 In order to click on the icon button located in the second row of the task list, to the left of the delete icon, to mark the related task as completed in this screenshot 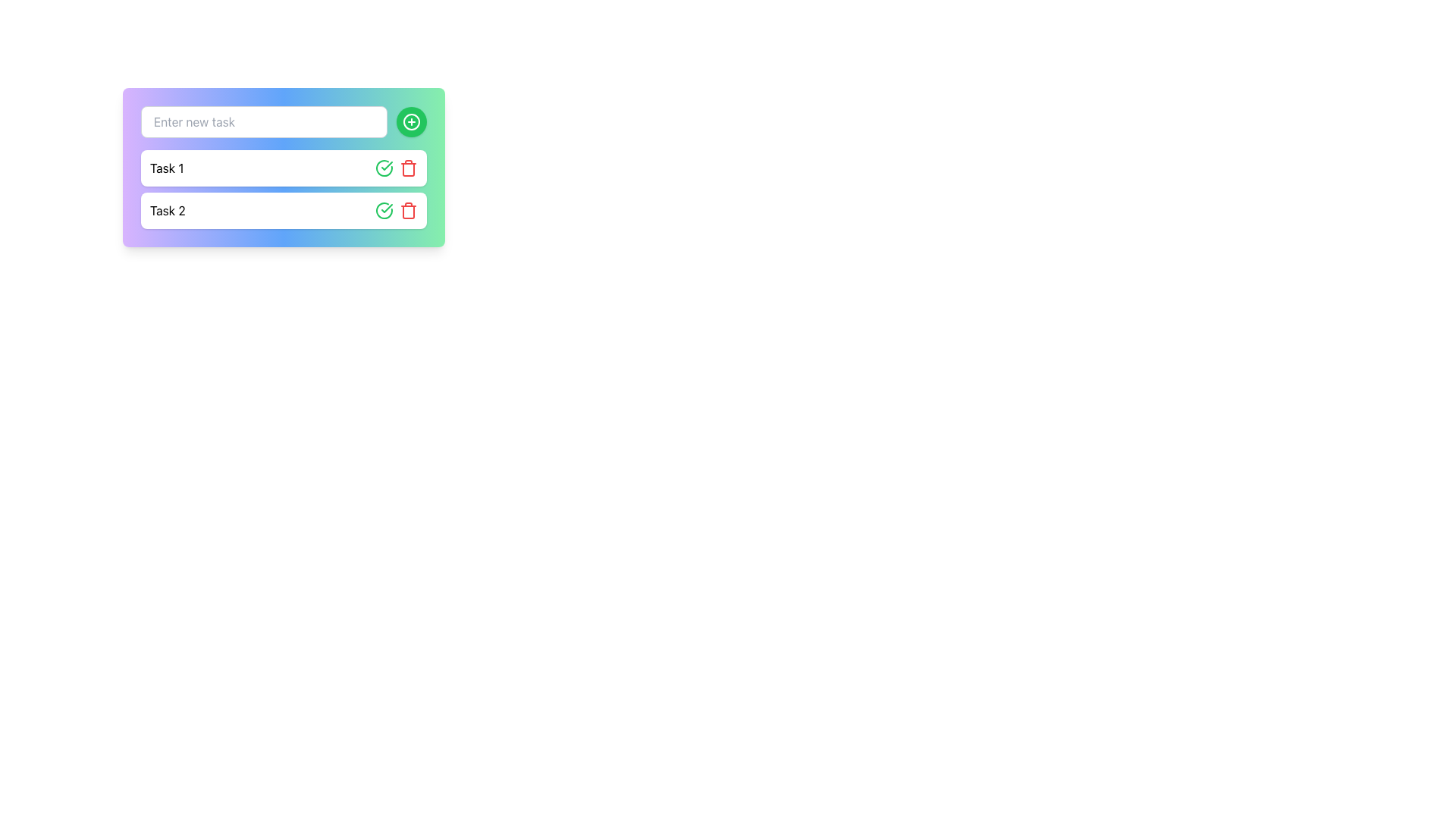, I will do `click(384, 168)`.